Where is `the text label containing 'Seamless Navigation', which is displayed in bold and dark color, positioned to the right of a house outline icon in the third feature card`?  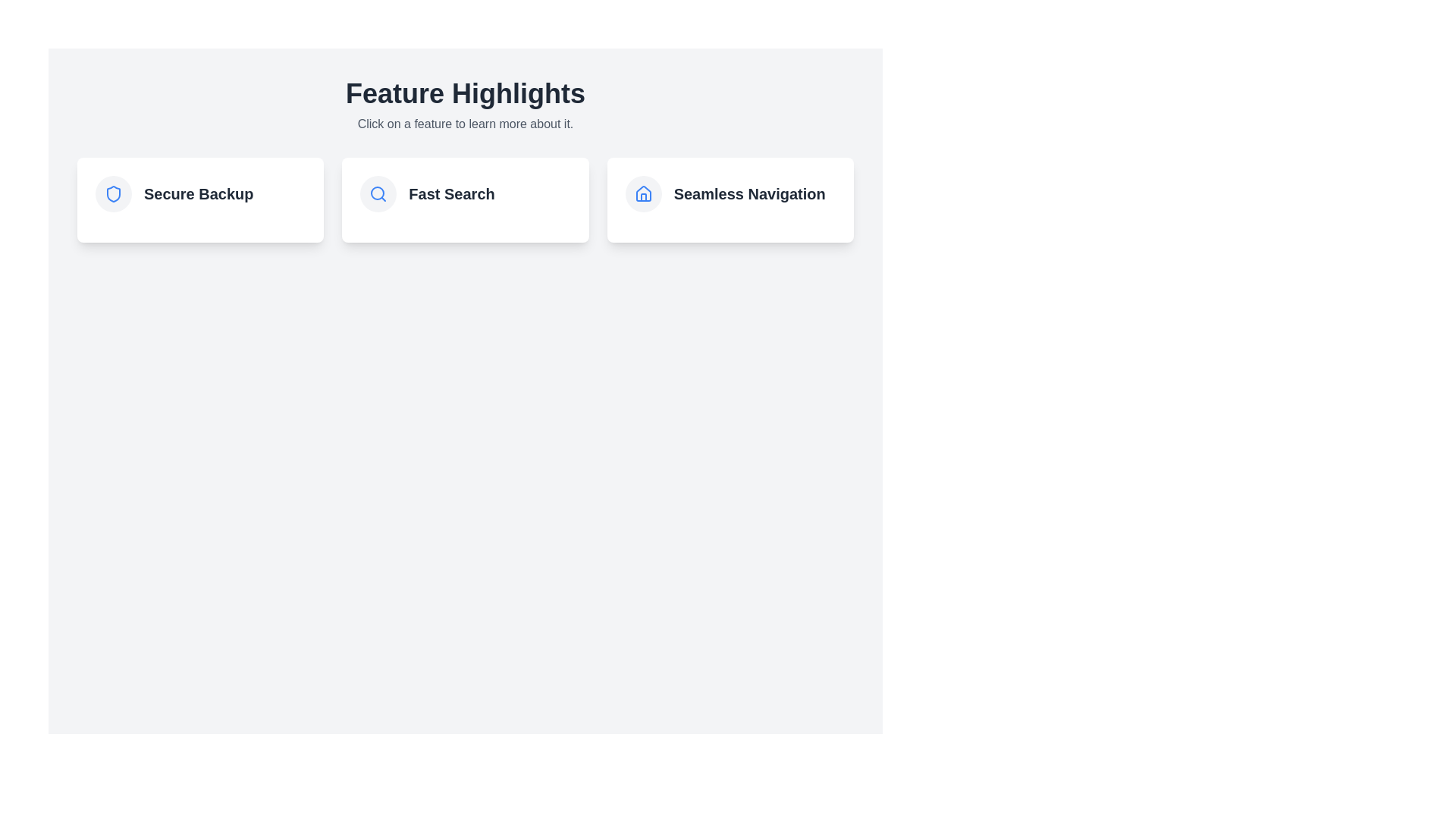 the text label containing 'Seamless Navigation', which is displayed in bold and dark color, positioned to the right of a house outline icon in the third feature card is located at coordinates (749, 193).